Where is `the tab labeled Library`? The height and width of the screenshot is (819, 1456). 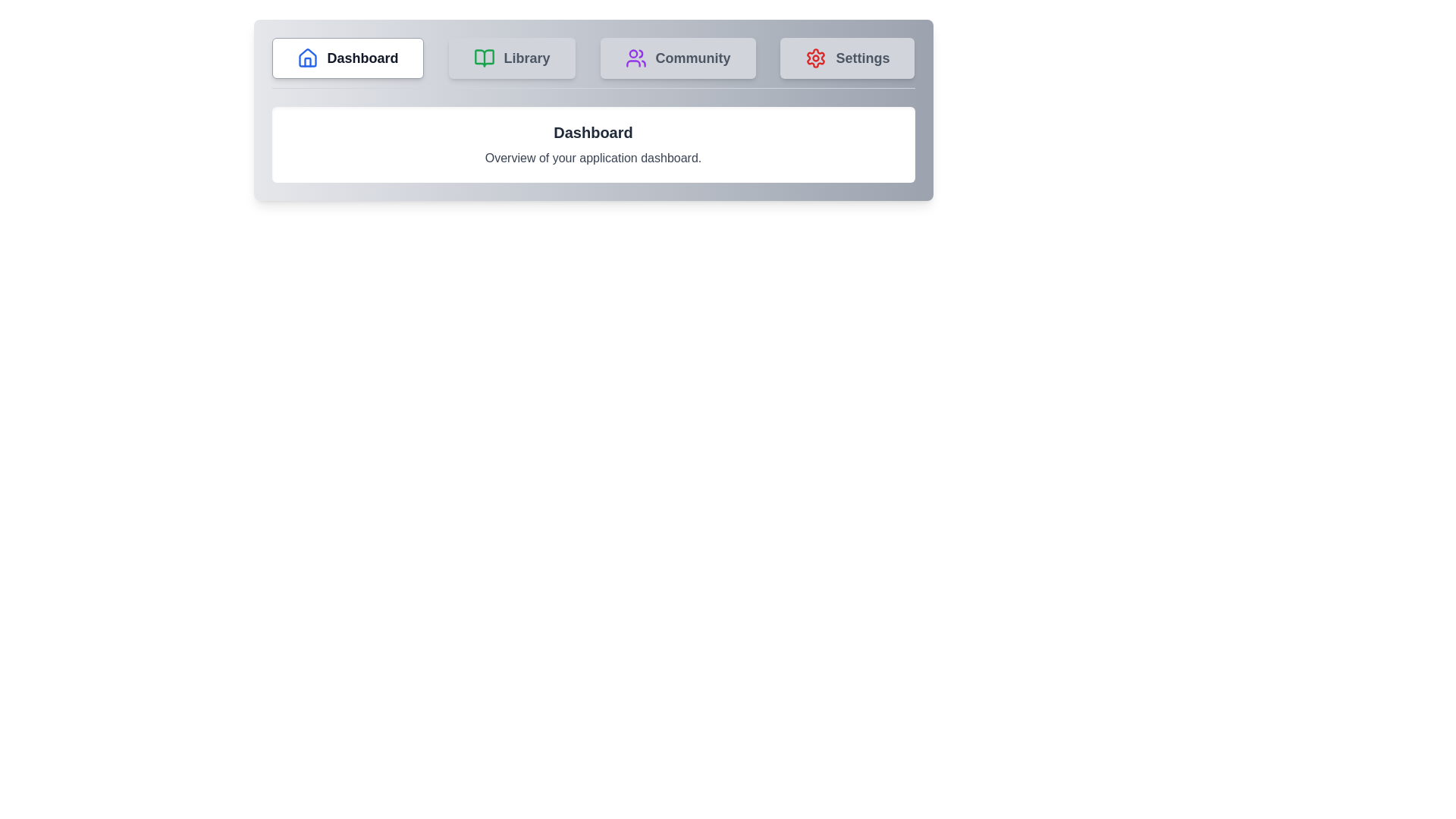 the tab labeled Library is located at coordinates (512, 58).